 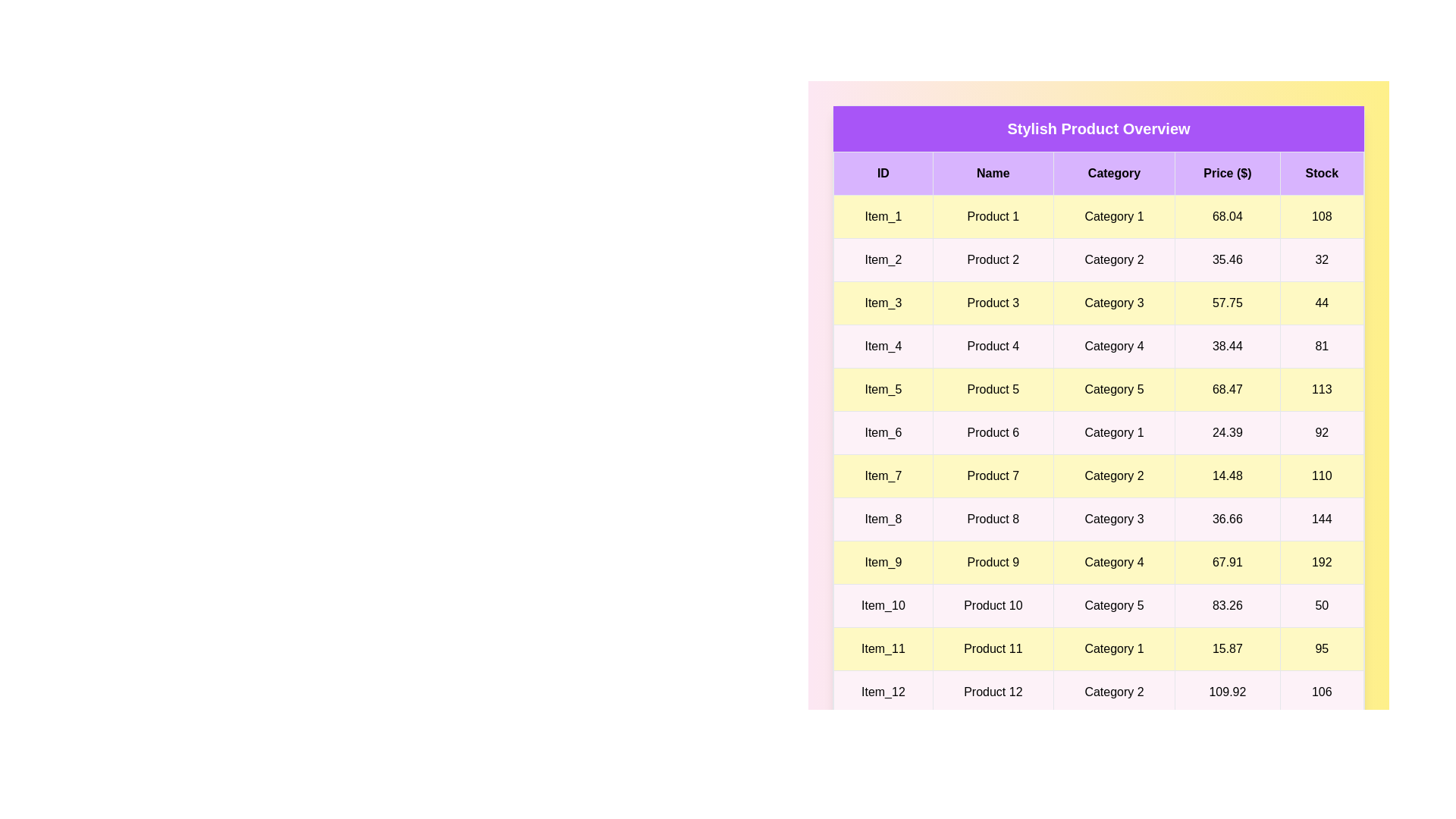 What do you see at coordinates (1114, 172) in the screenshot?
I see `the column header Category to sort the table by that column` at bounding box center [1114, 172].